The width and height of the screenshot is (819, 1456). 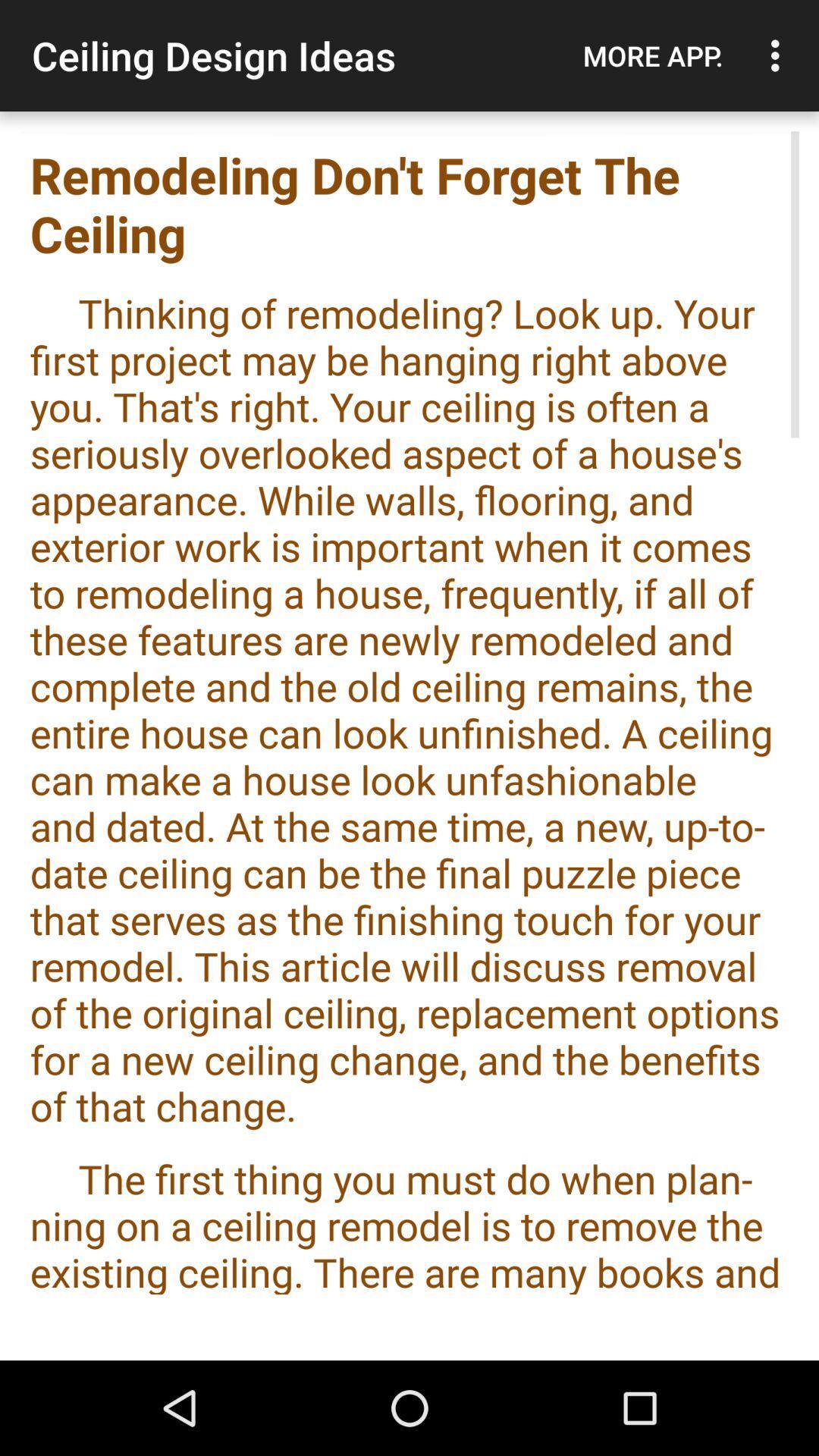 What do you see at coordinates (652, 55) in the screenshot?
I see `more app. item` at bounding box center [652, 55].